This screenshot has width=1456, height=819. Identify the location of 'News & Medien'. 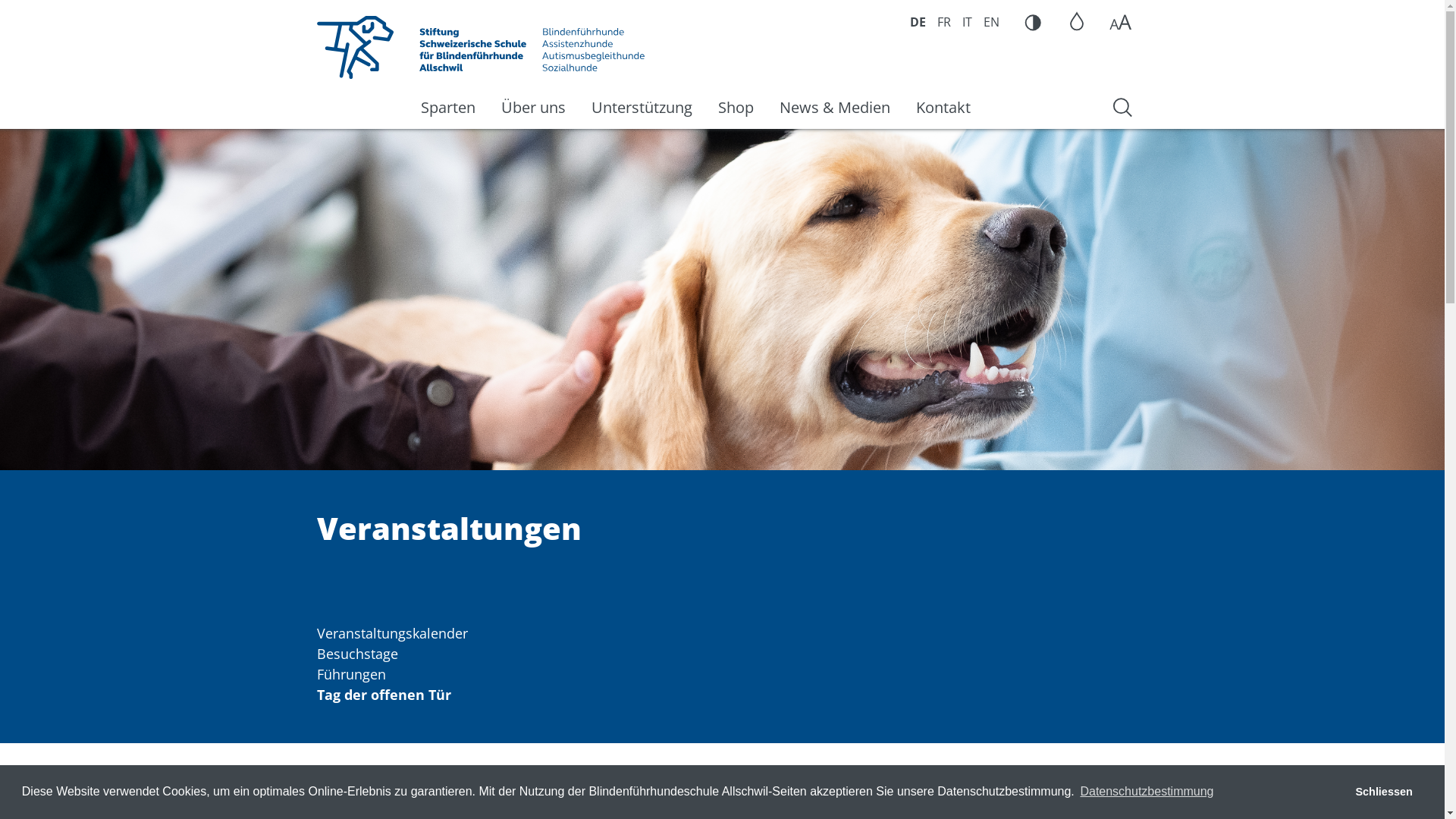
(833, 106).